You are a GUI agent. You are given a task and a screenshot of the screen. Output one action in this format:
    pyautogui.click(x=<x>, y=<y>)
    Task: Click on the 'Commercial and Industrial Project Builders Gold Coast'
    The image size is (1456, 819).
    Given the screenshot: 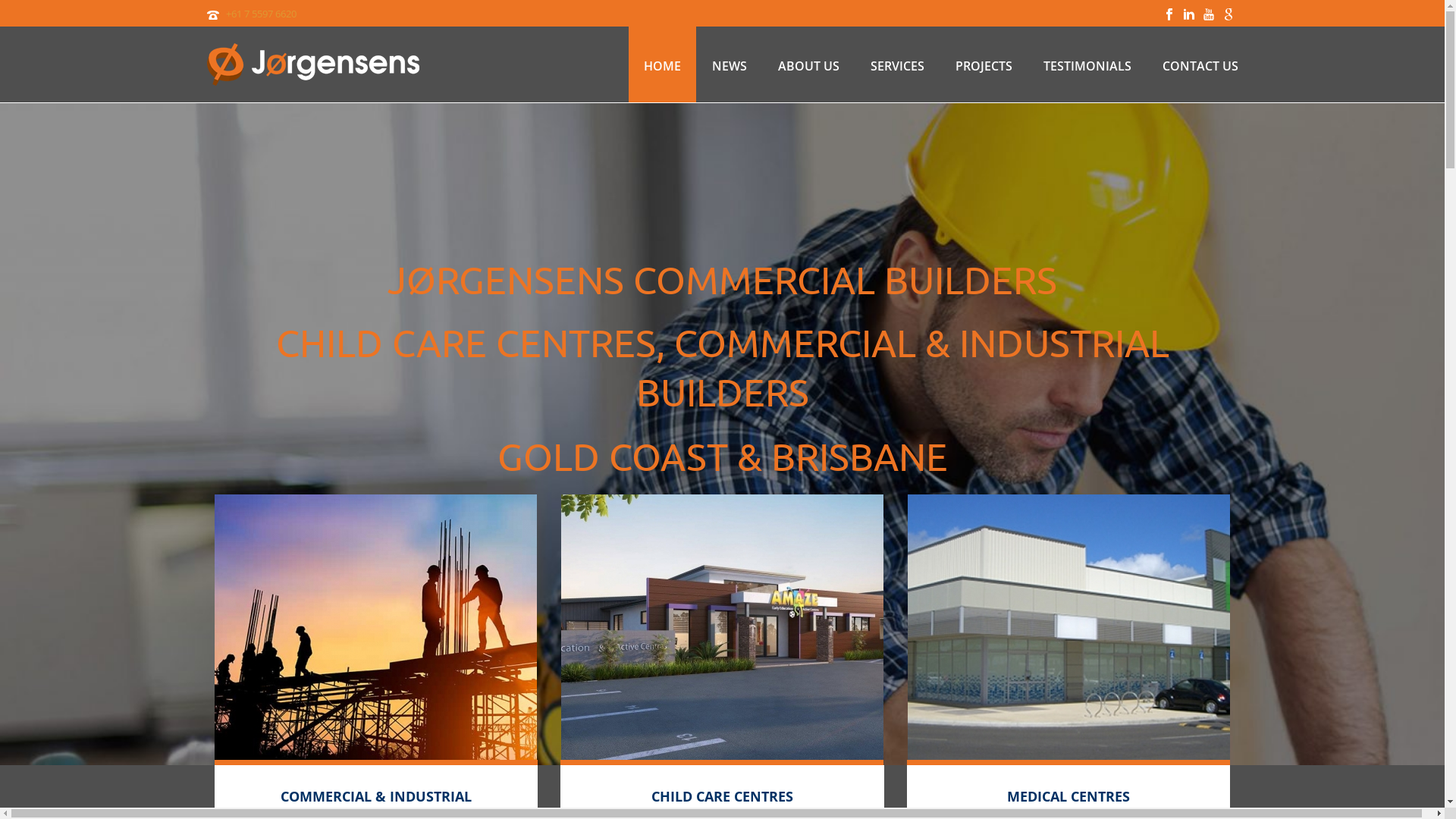 What is the action you would take?
    pyautogui.click(x=312, y=63)
    